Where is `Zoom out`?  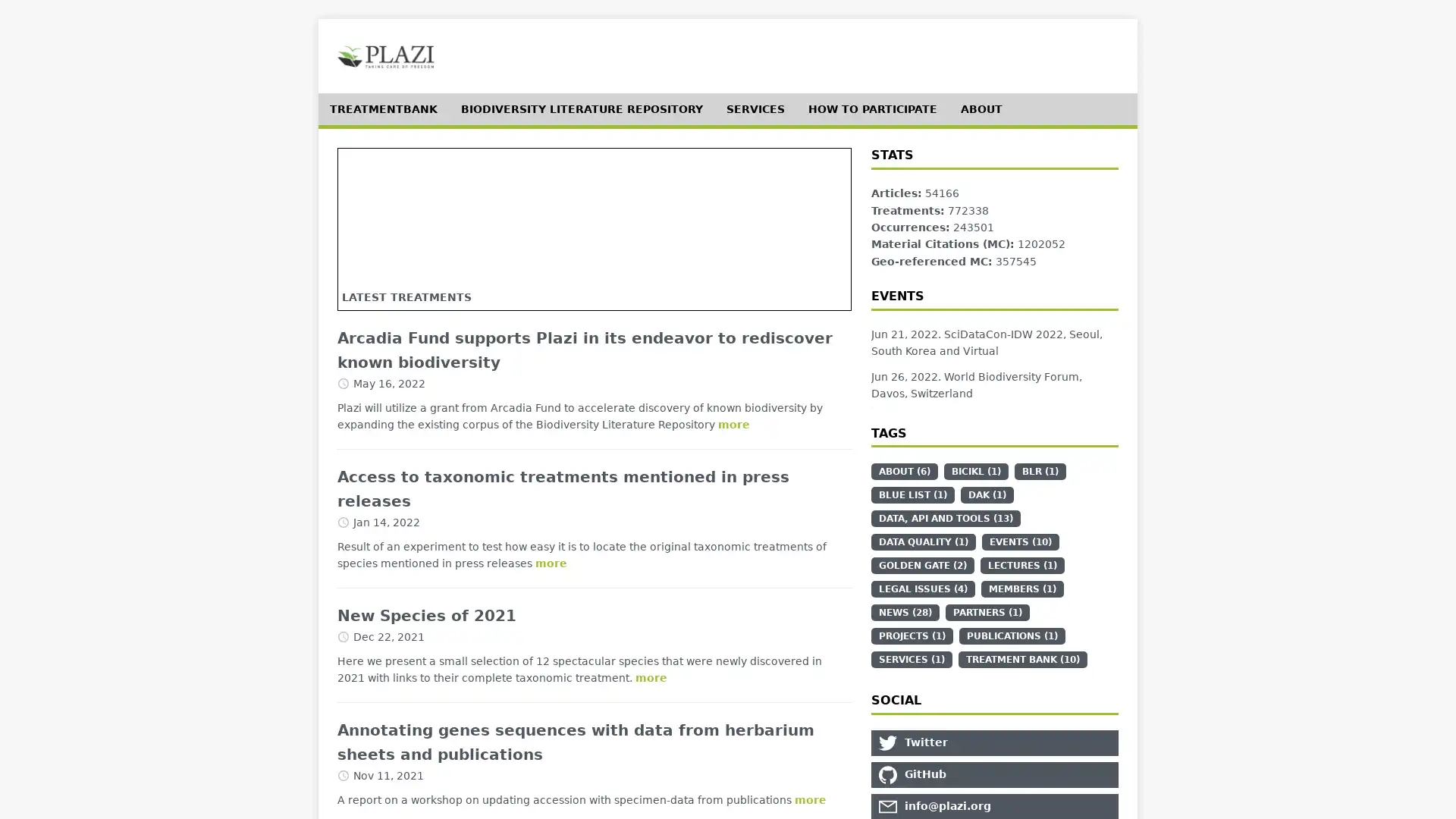
Zoom out is located at coordinates (362, 195).